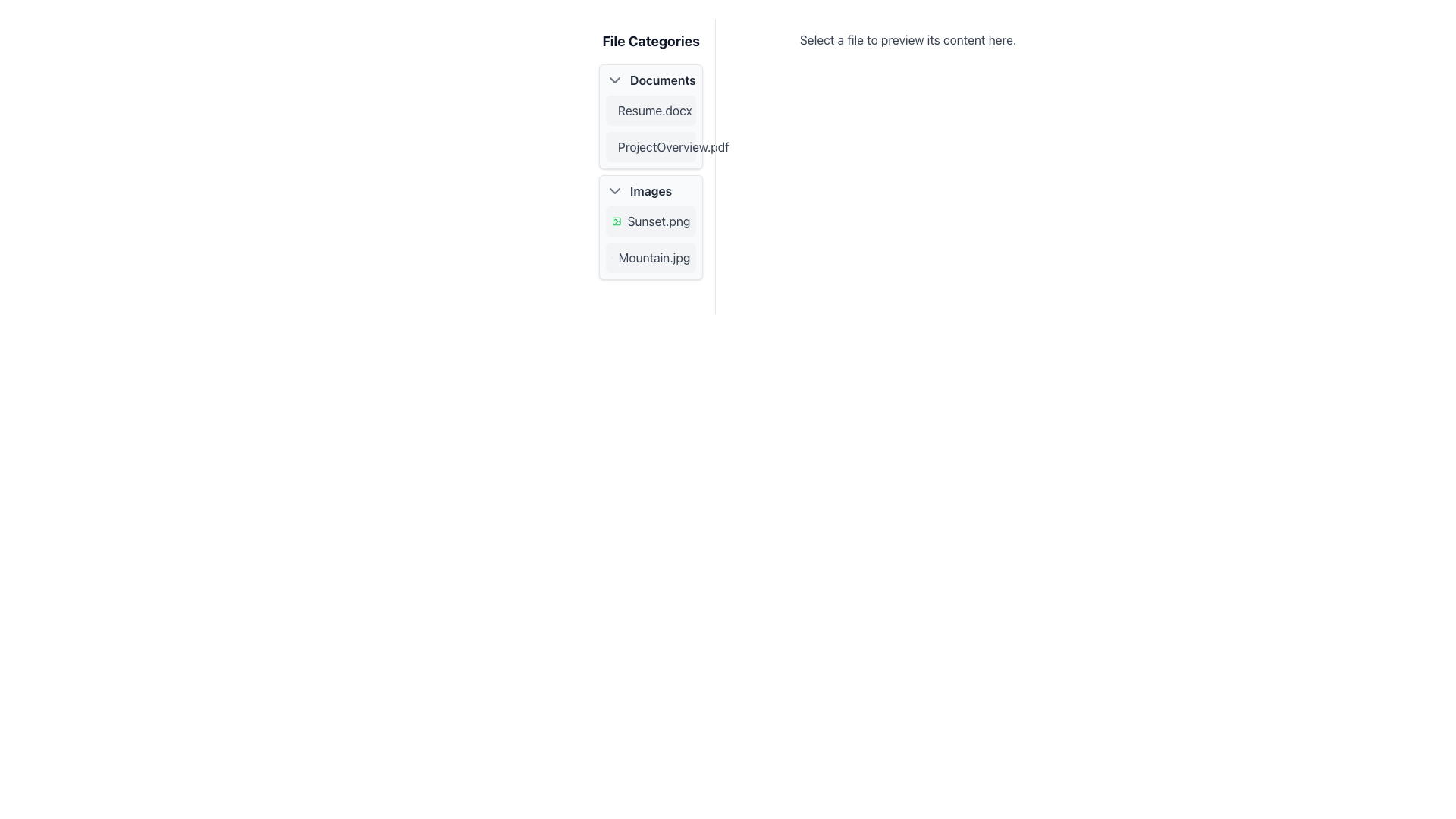  Describe the element at coordinates (621, 110) in the screenshot. I see `the document icon representing the file type for 'Résumé.docx' located in the 'Documents' subsection of the 'File Categories' panel` at that location.